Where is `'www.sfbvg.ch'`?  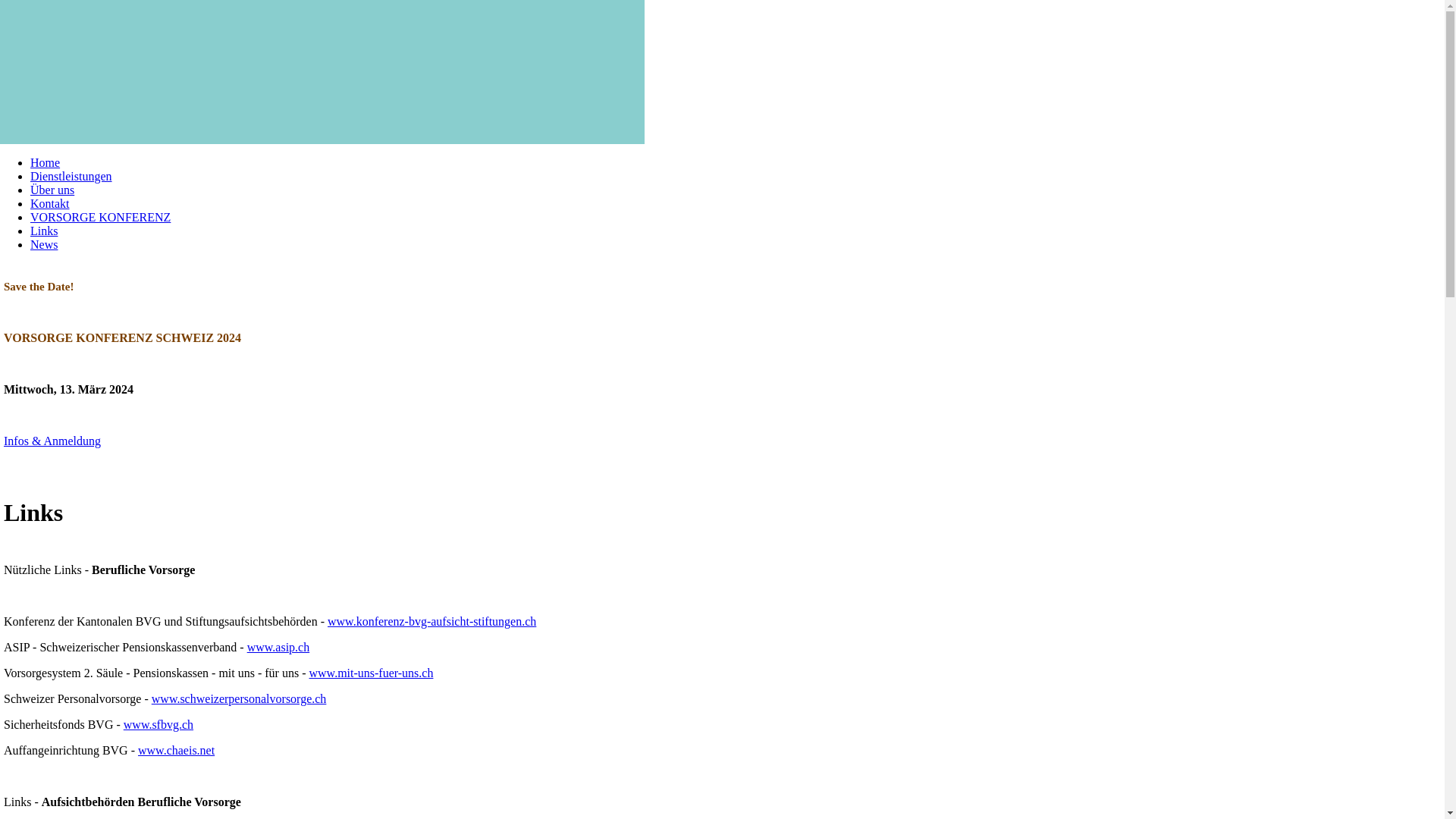
'www.sfbvg.ch' is located at coordinates (158, 723).